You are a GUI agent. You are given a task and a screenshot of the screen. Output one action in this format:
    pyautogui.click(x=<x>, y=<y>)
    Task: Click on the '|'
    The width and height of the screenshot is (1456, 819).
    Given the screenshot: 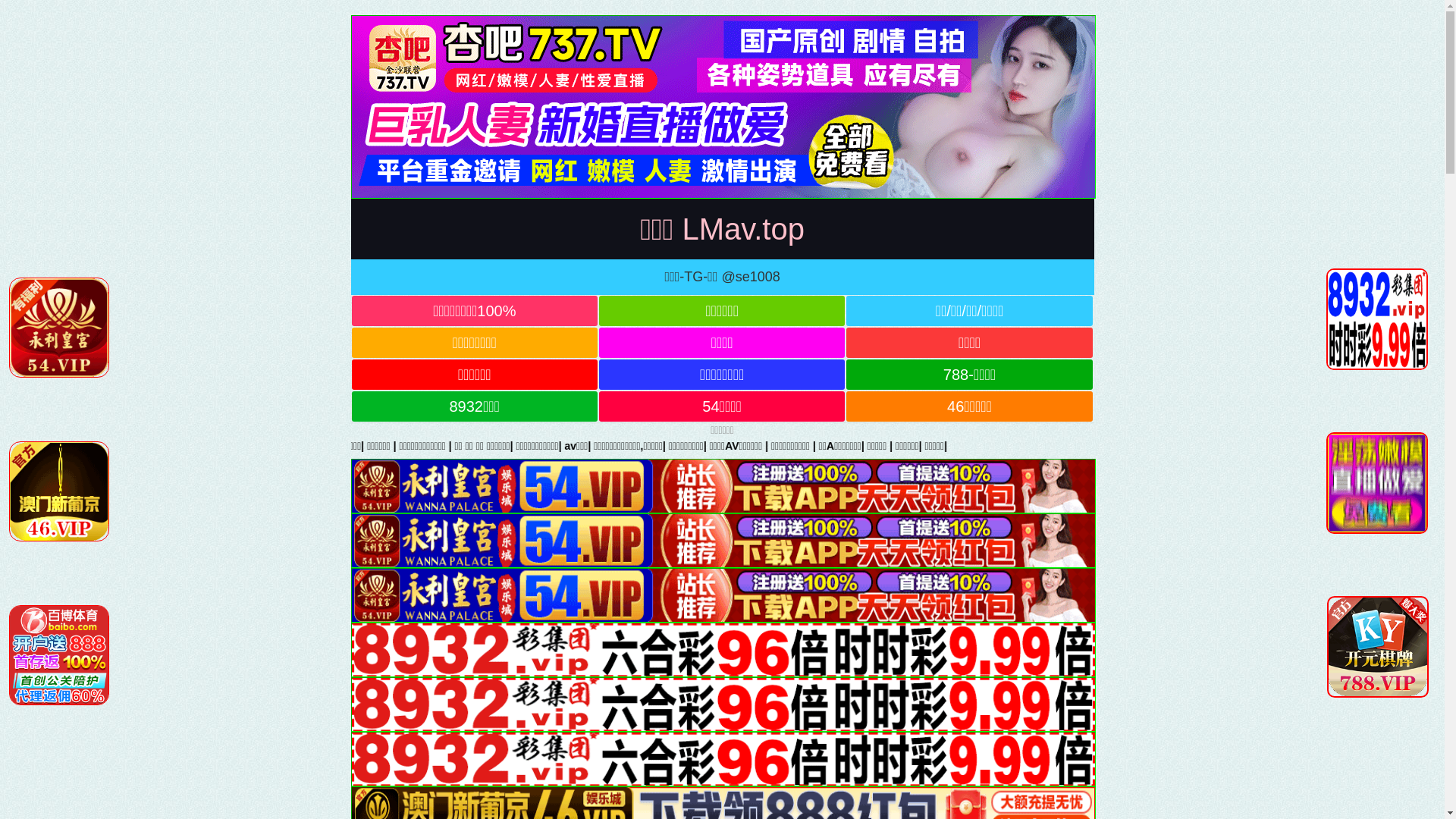 What is the action you would take?
    pyautogui.click(x=337, y=444)
    